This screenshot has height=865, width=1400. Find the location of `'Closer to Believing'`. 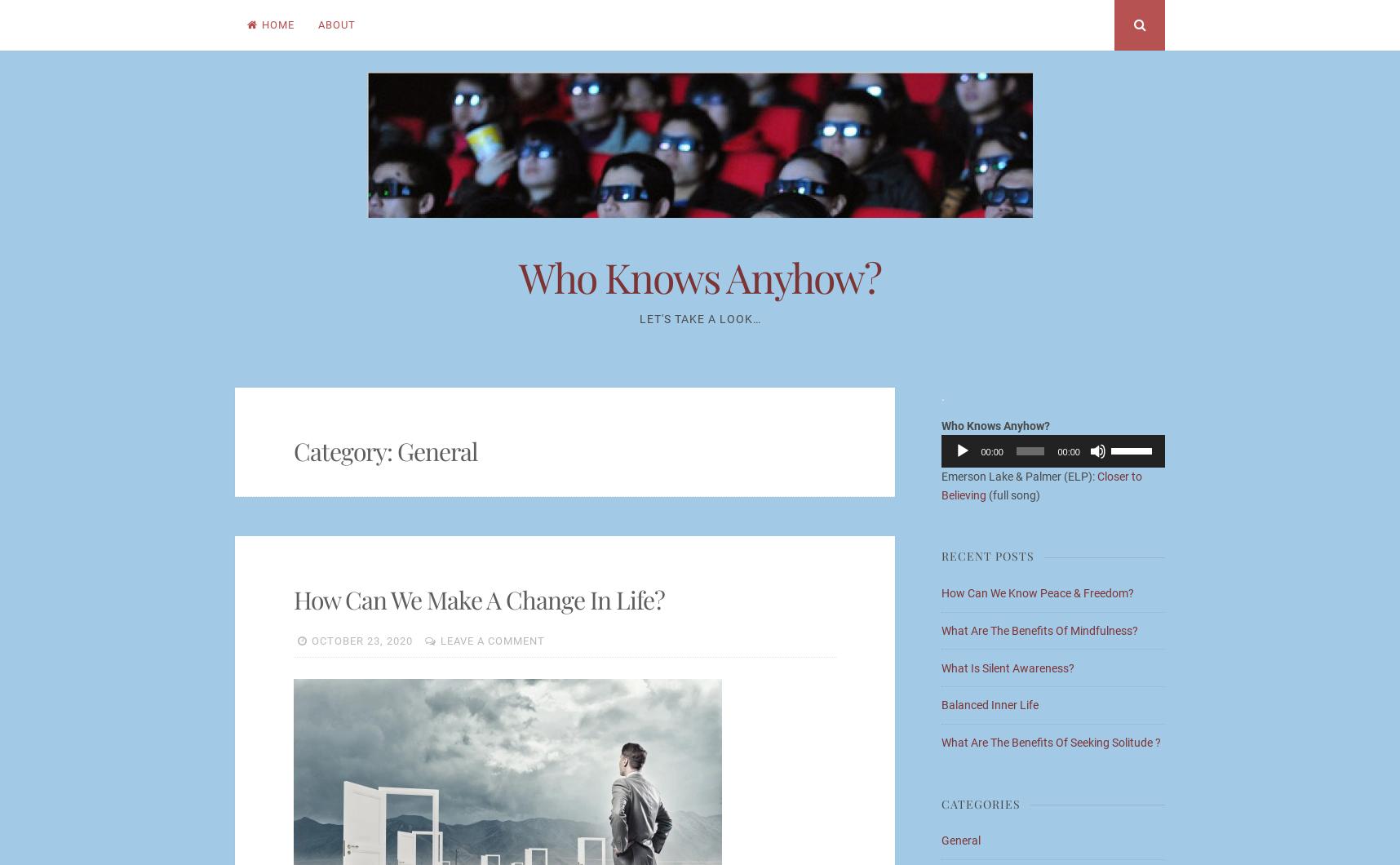

'Closer to Believing' is located at coordinates (1042, 485).